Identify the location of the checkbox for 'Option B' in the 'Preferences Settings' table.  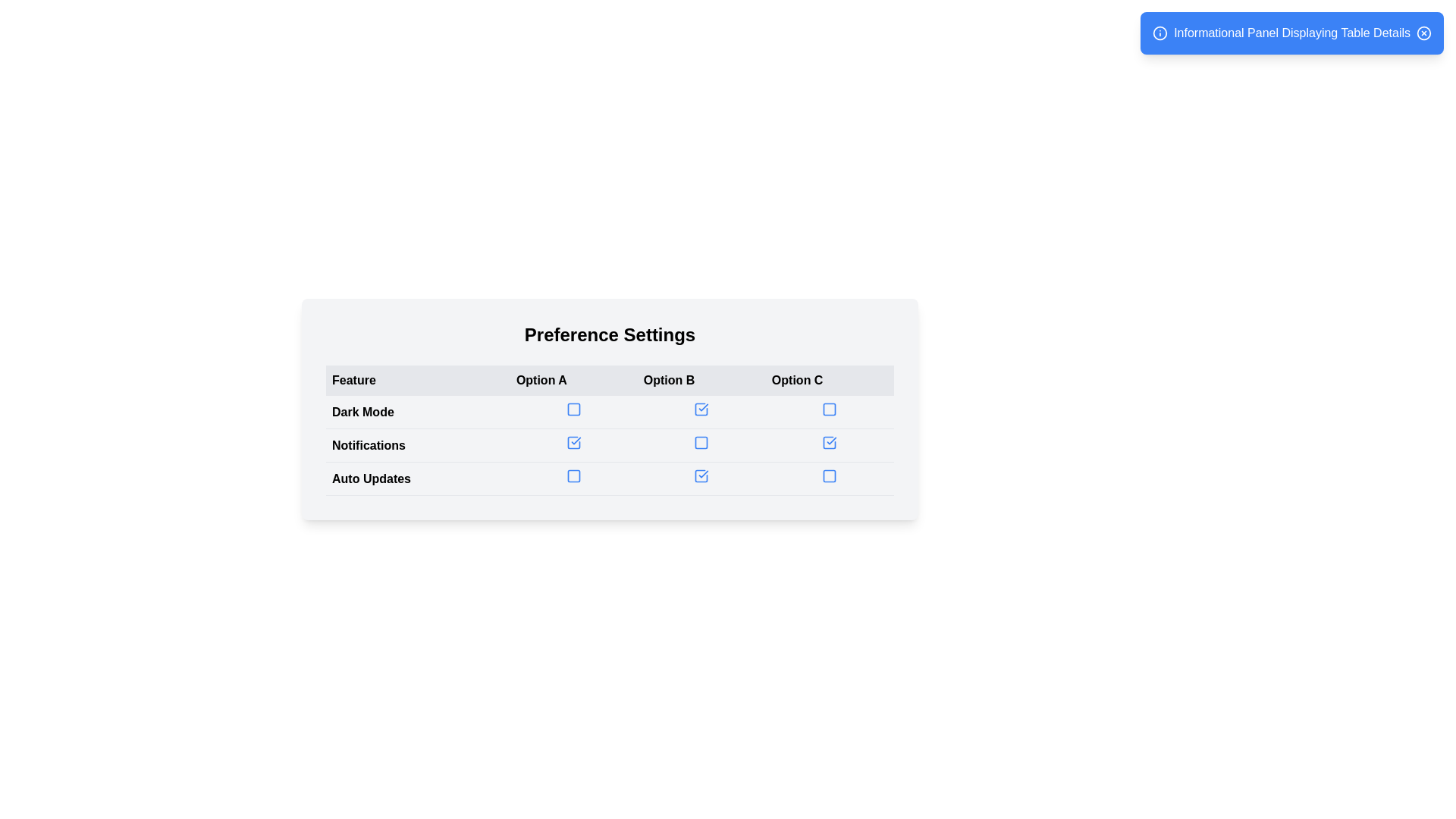
(573, 444).